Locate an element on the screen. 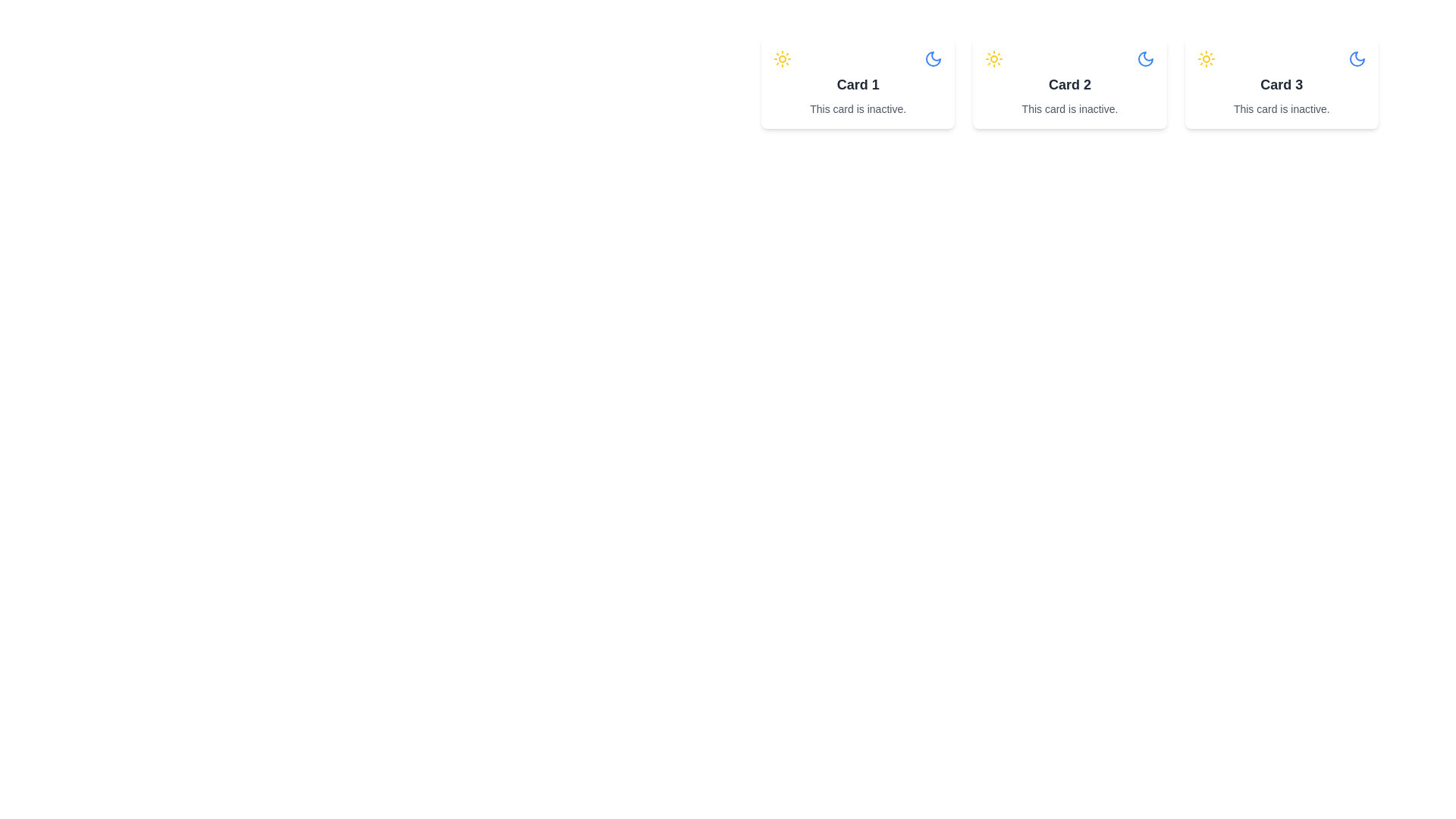 The width and height of the screenshot is (1456, 819). label 'Card 3' which is centered in the third card on the rightmost side of a horizontally aligned group of three cards is located at coordinates (1281, 84).